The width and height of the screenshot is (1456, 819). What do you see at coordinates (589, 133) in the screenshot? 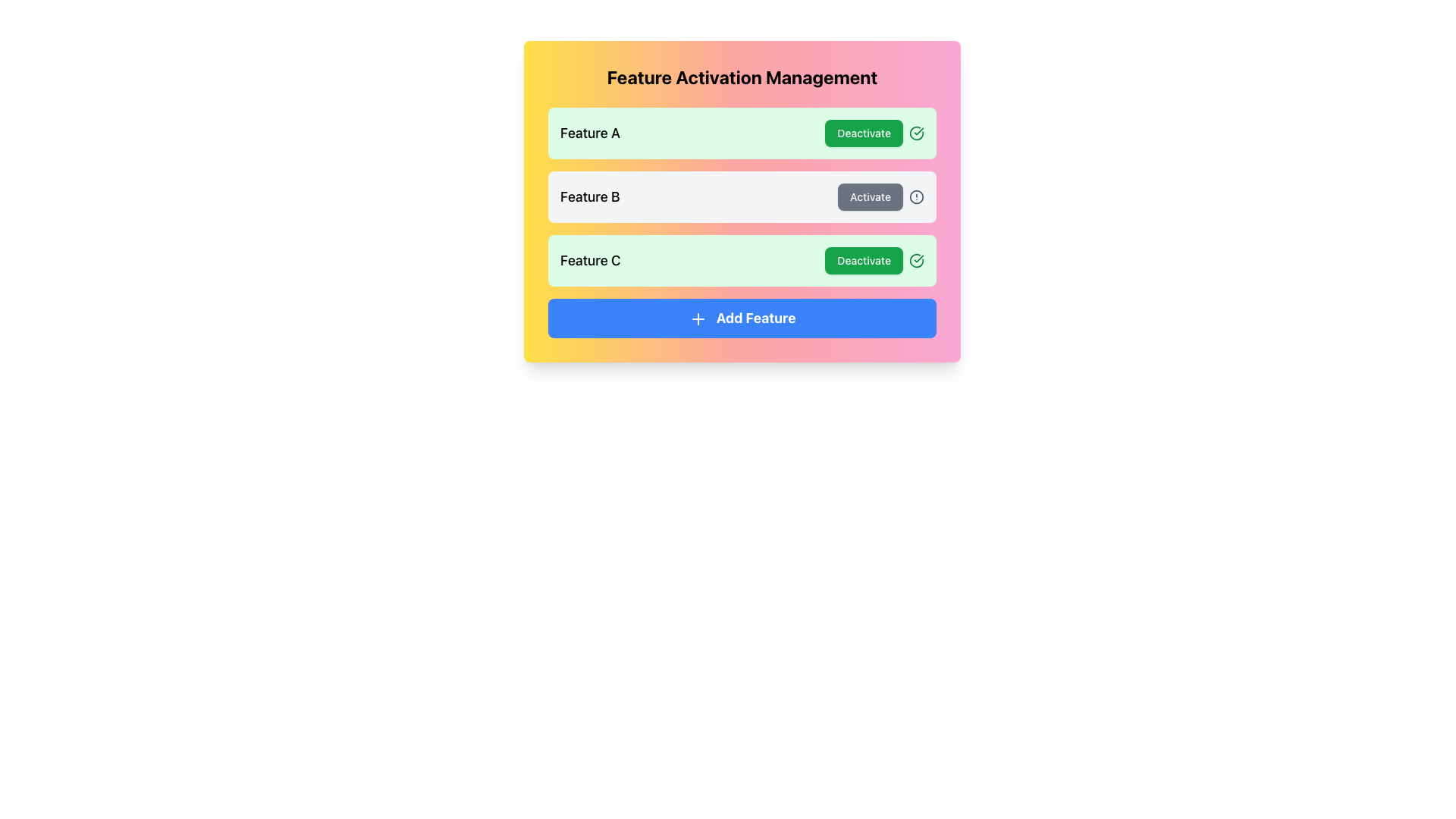
I see `the static text label displaying 'Feature A' located in the top-left area of a green background section` at bounding box center [589, 133].